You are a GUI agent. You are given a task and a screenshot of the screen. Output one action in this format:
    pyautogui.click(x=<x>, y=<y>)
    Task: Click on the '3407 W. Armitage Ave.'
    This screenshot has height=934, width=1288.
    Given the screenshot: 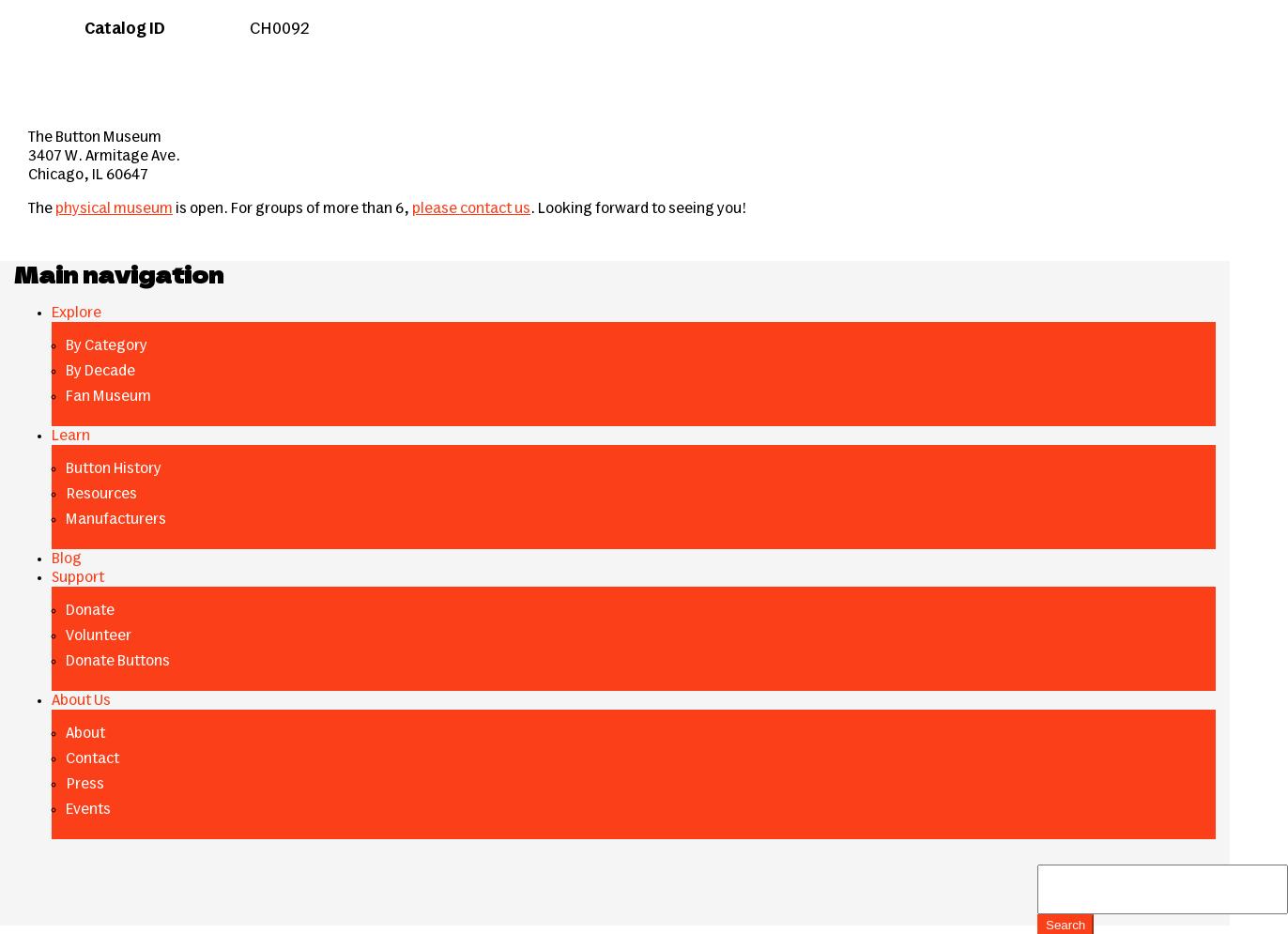 What is the action you would take?
    pyautogui.click(x=103, y=155)
    